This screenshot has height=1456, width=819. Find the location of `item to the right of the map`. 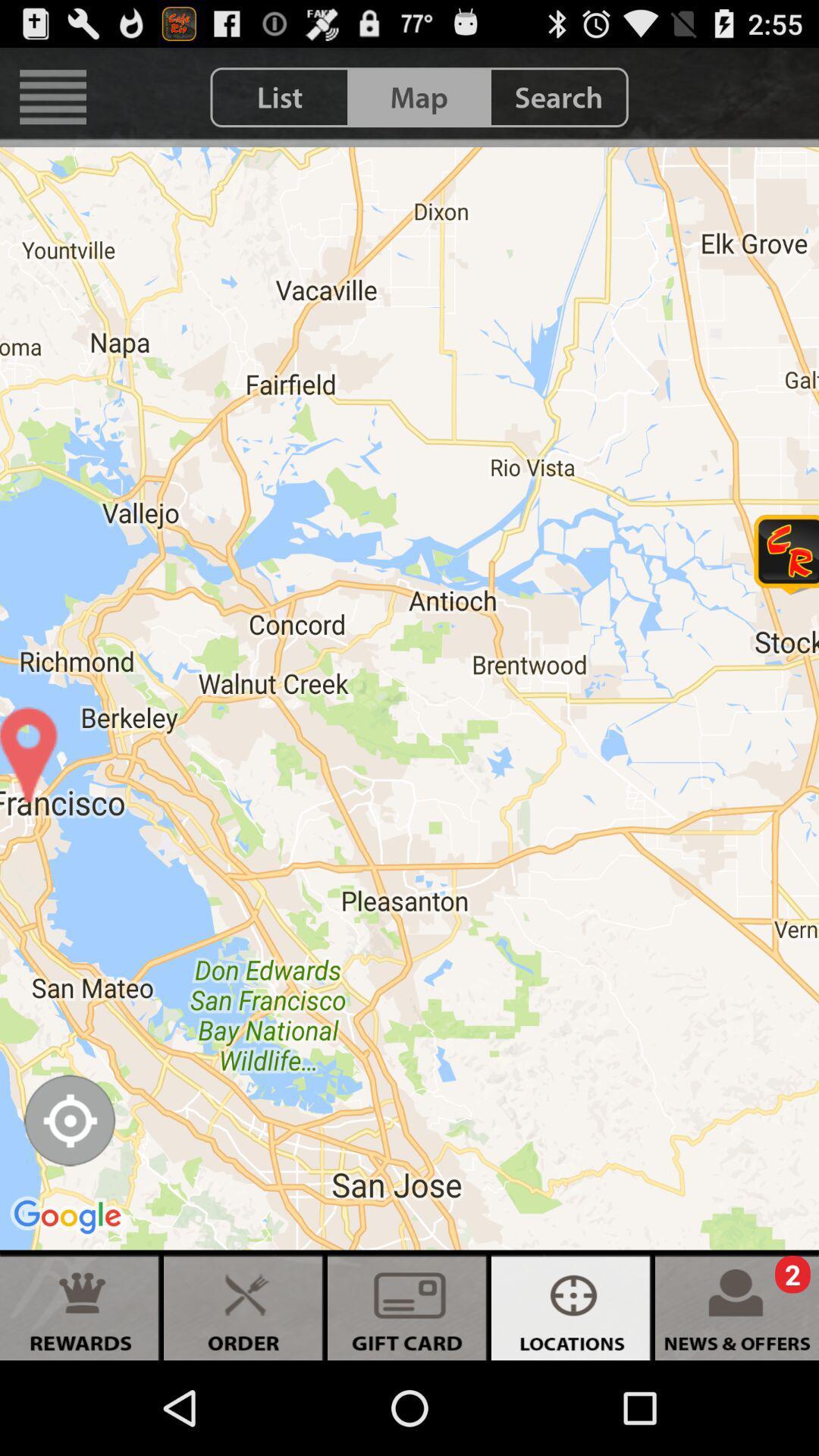

item to the right of the map is located at coordinates (558, 96).